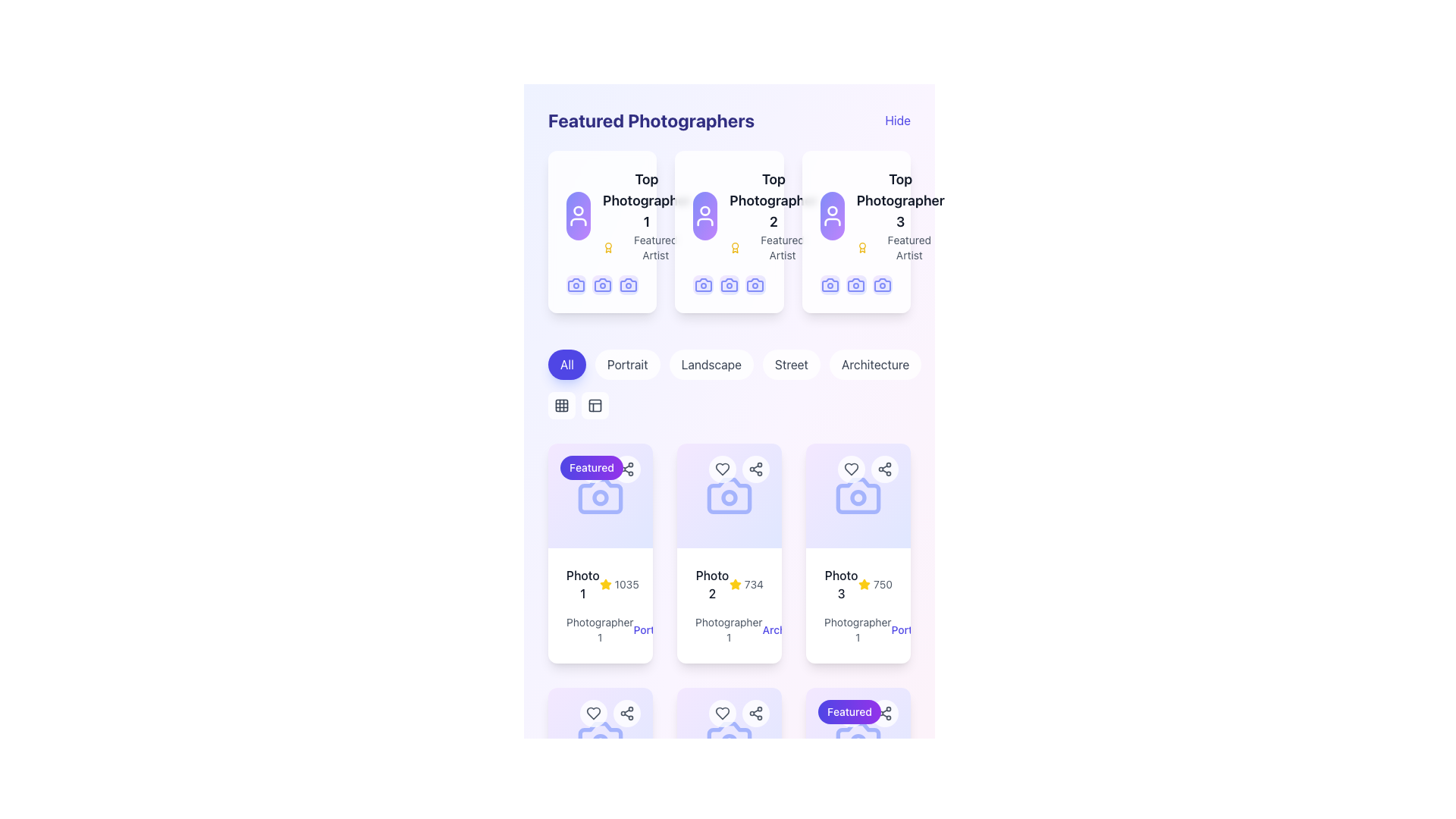 The image size is (1456, 819). I want to click on the camera icon with a purple gradient background located in the second card of the photographer row, below the title and avatar, so click(702, 285).